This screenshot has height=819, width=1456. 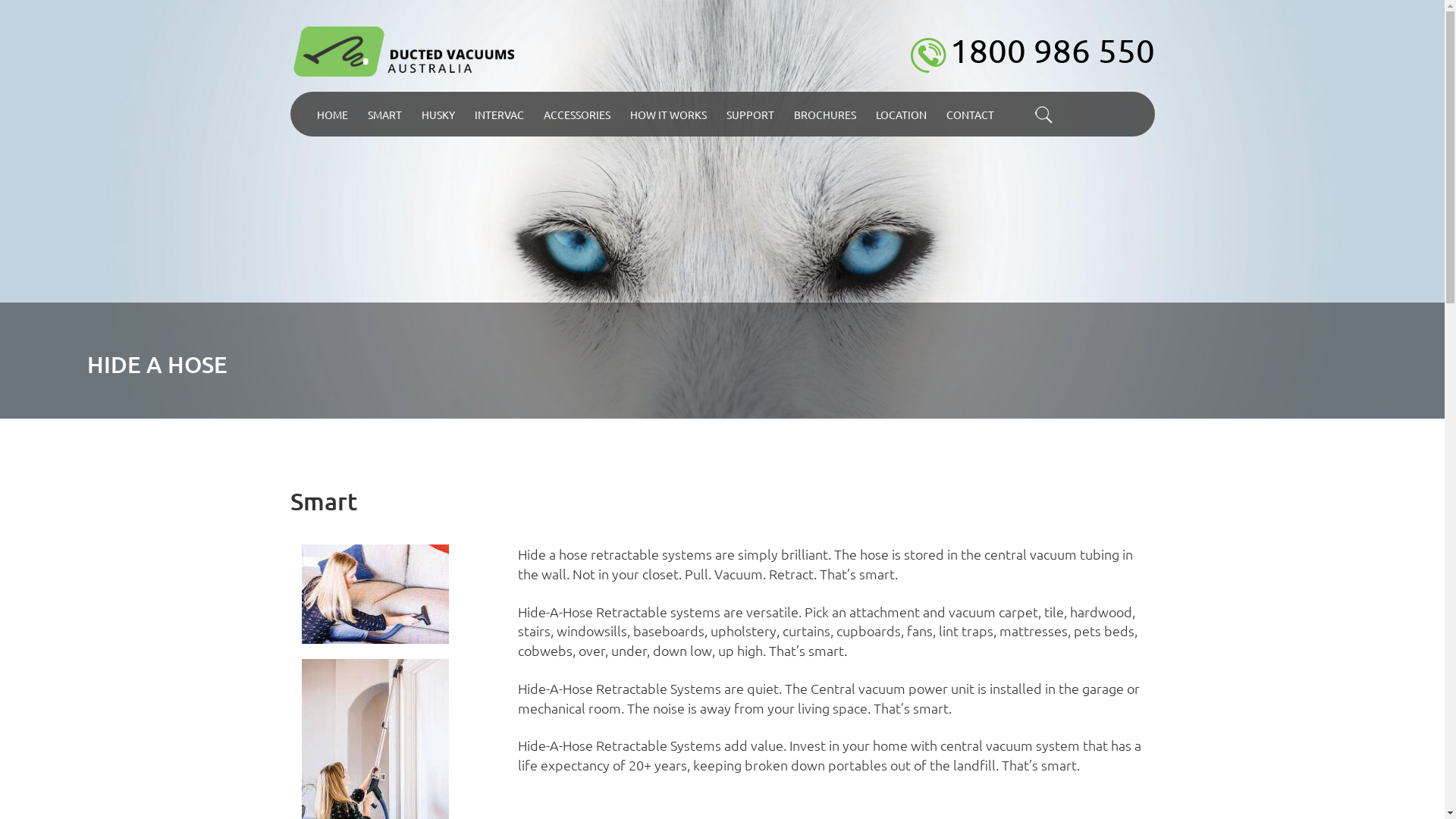 I want to click on 'HUSKY', so click(x=436, y=113).